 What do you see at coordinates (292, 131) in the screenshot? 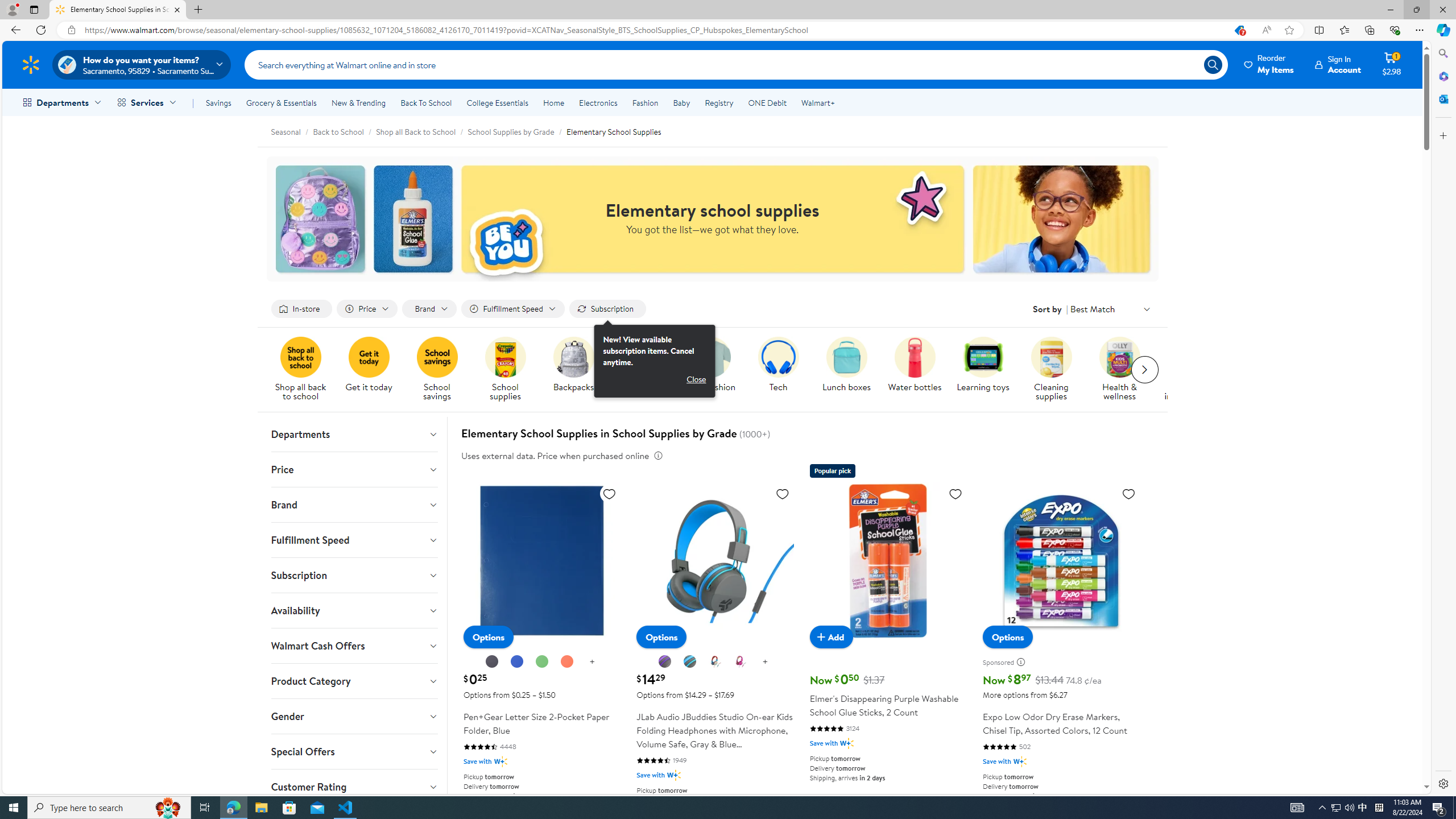
I see `'Seasonal'` at bounding box center [292, 131].